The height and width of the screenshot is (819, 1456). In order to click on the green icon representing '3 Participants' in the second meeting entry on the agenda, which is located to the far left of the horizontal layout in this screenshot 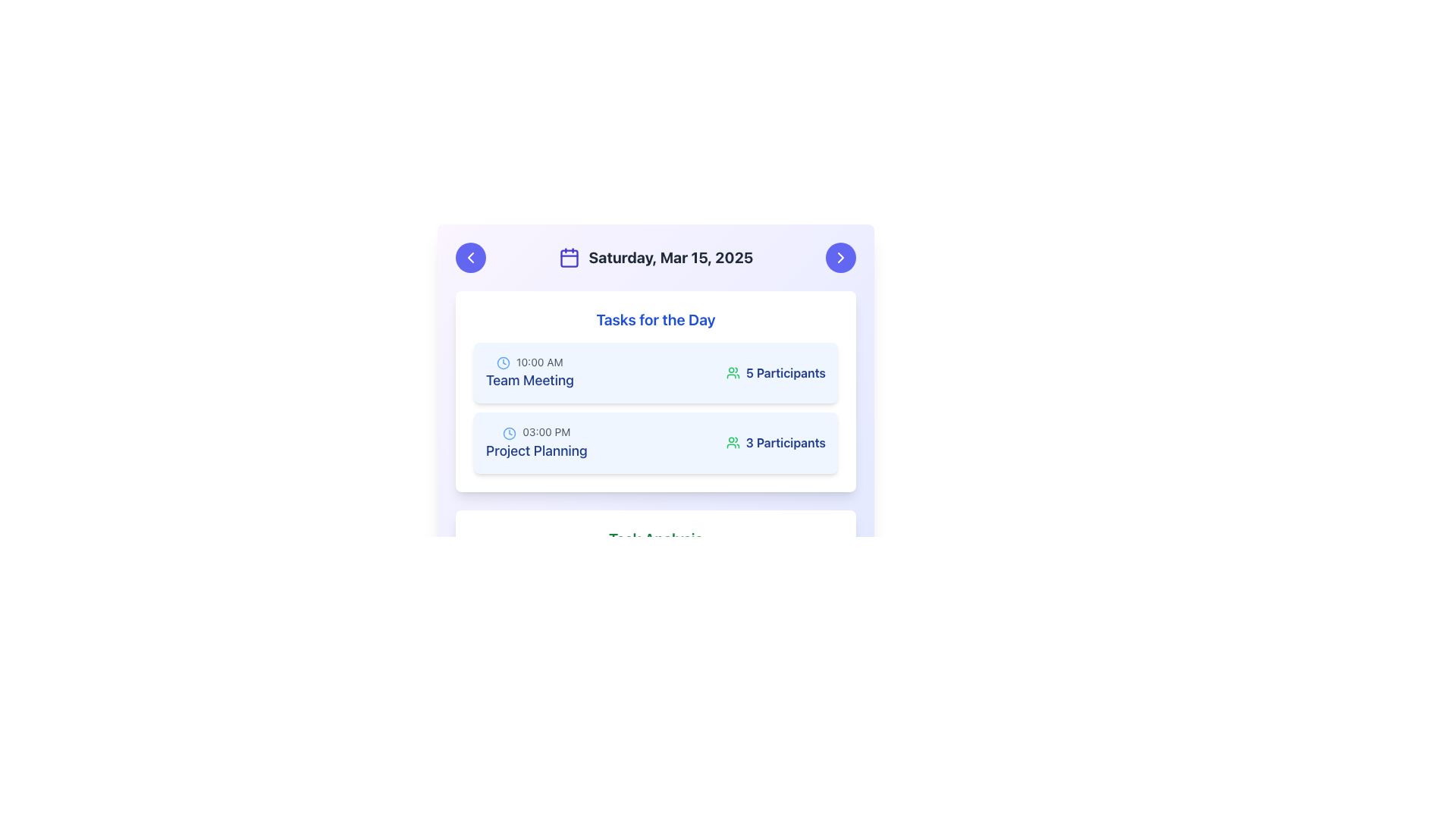, I will do `click(733, 443)`.